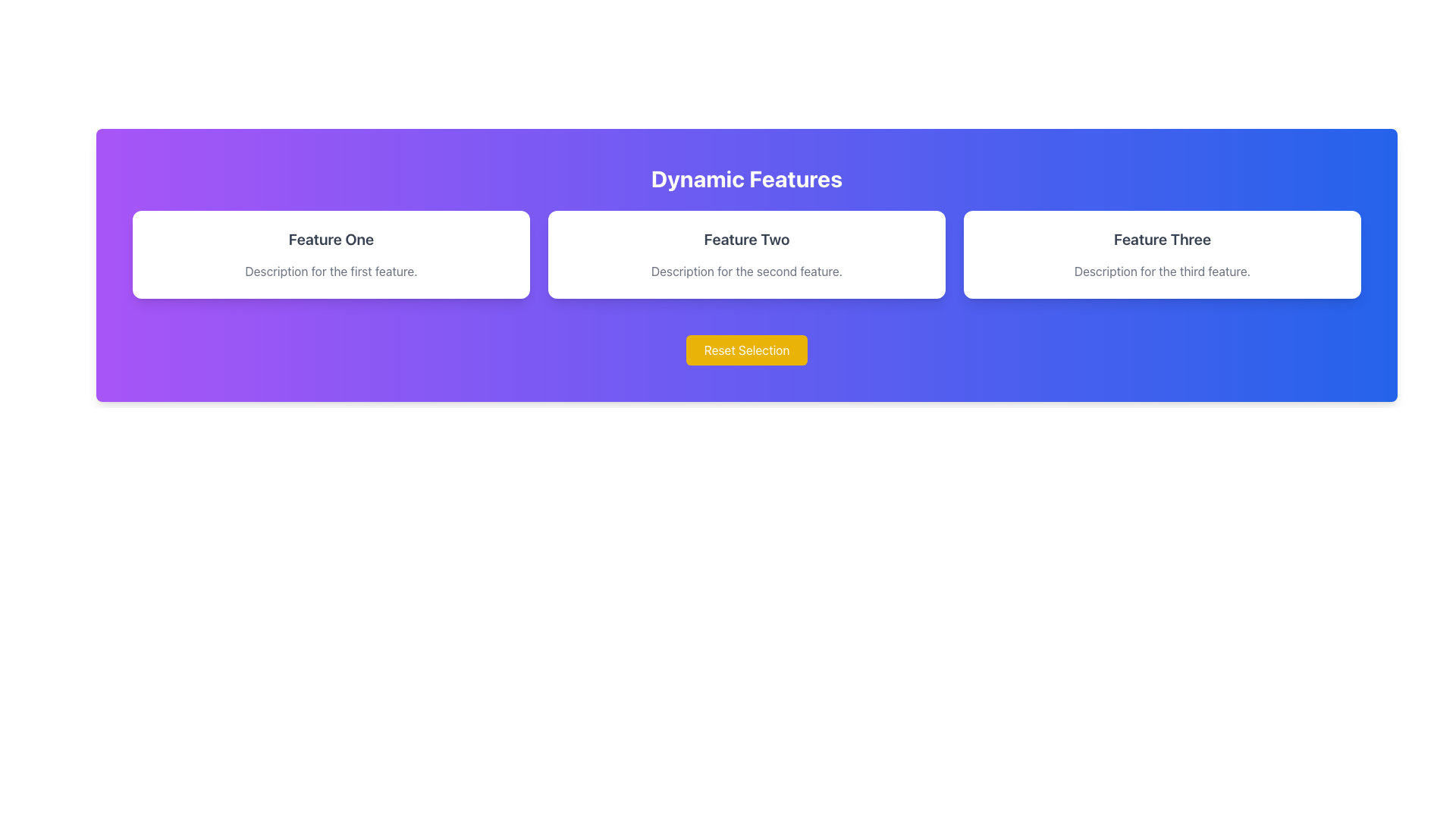  What do you see at coordinates (746, 350) in the screenshot?
I see `the reset button located beneath the feature description cards to observe the hover effect` at bounding box center [746, 350].